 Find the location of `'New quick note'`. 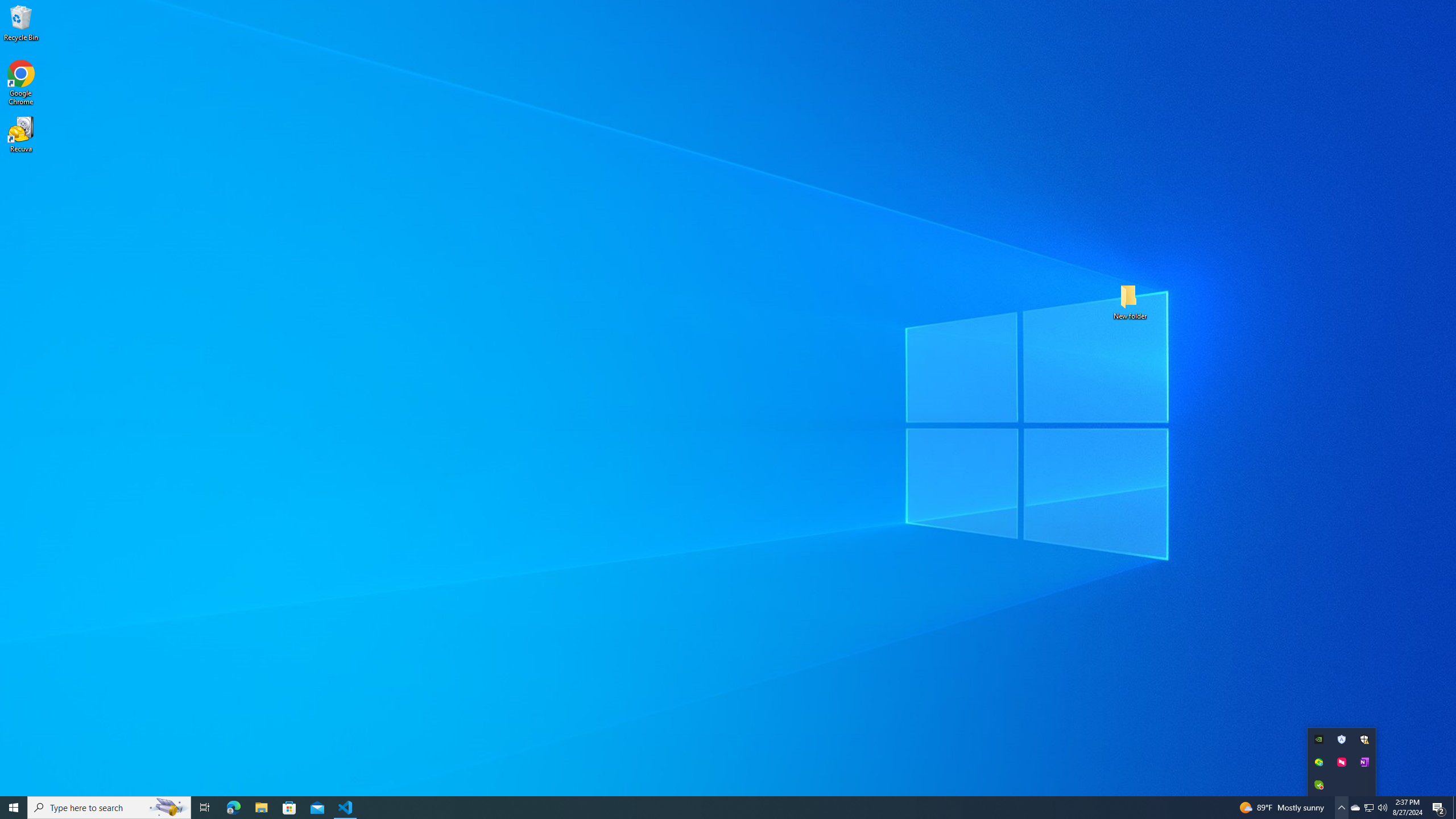

'New quick note' is located at coordinates (1363, 761).